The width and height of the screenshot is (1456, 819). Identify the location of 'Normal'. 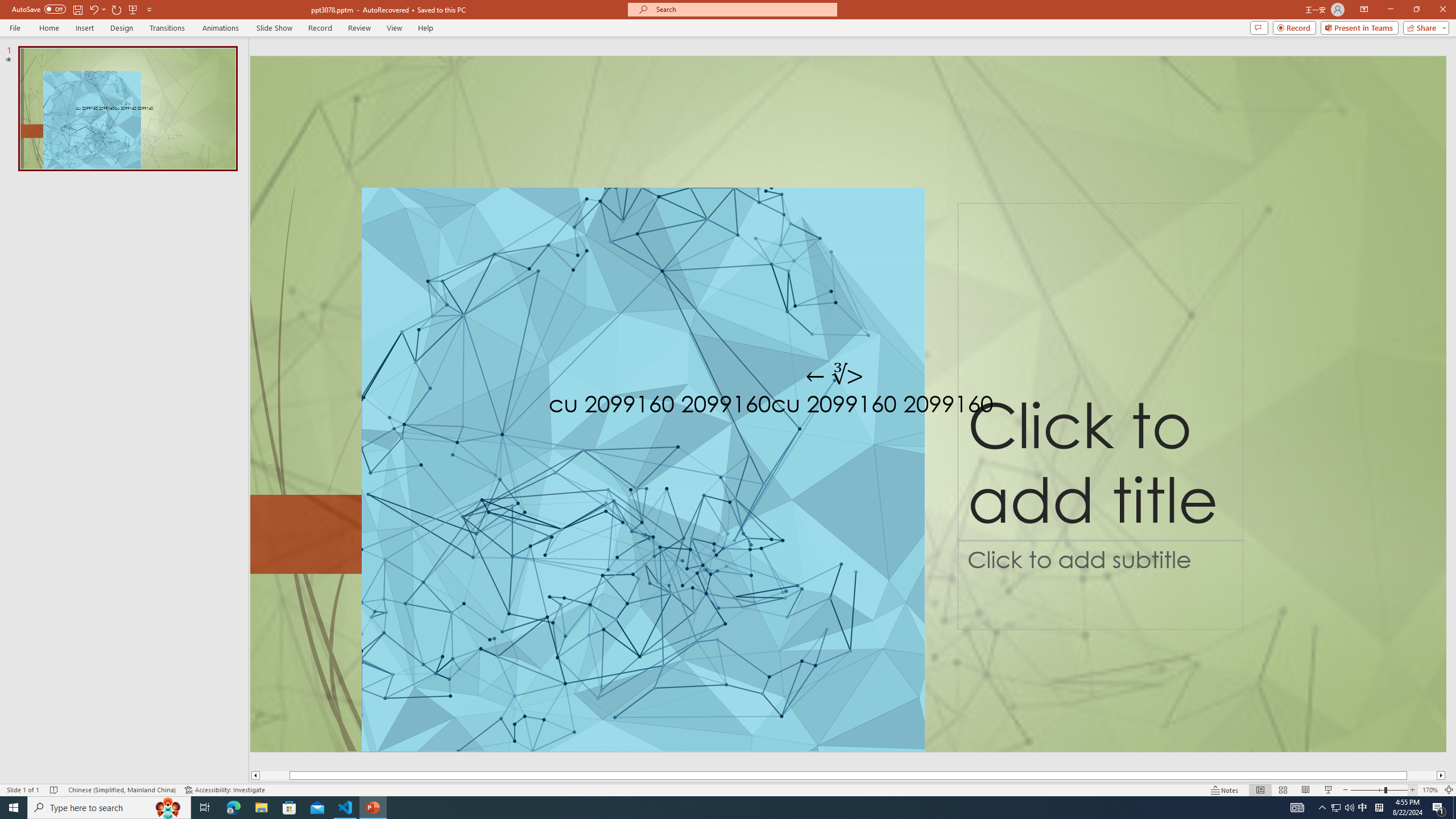
(1259, 790).